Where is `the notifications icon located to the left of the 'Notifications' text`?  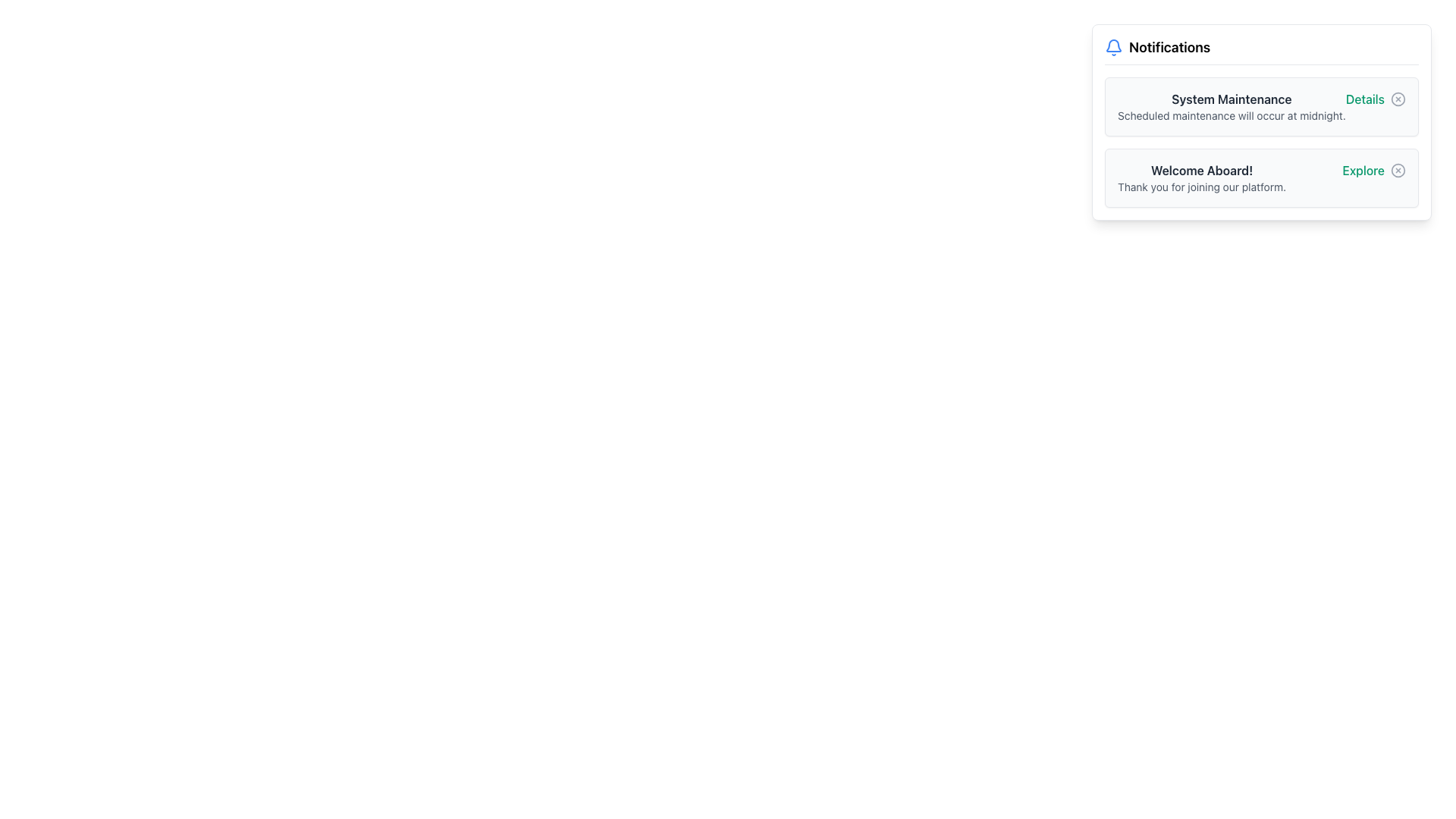
the notifications icon located to the left of the 'Notifications' text is located at coordinates (1113, 46).